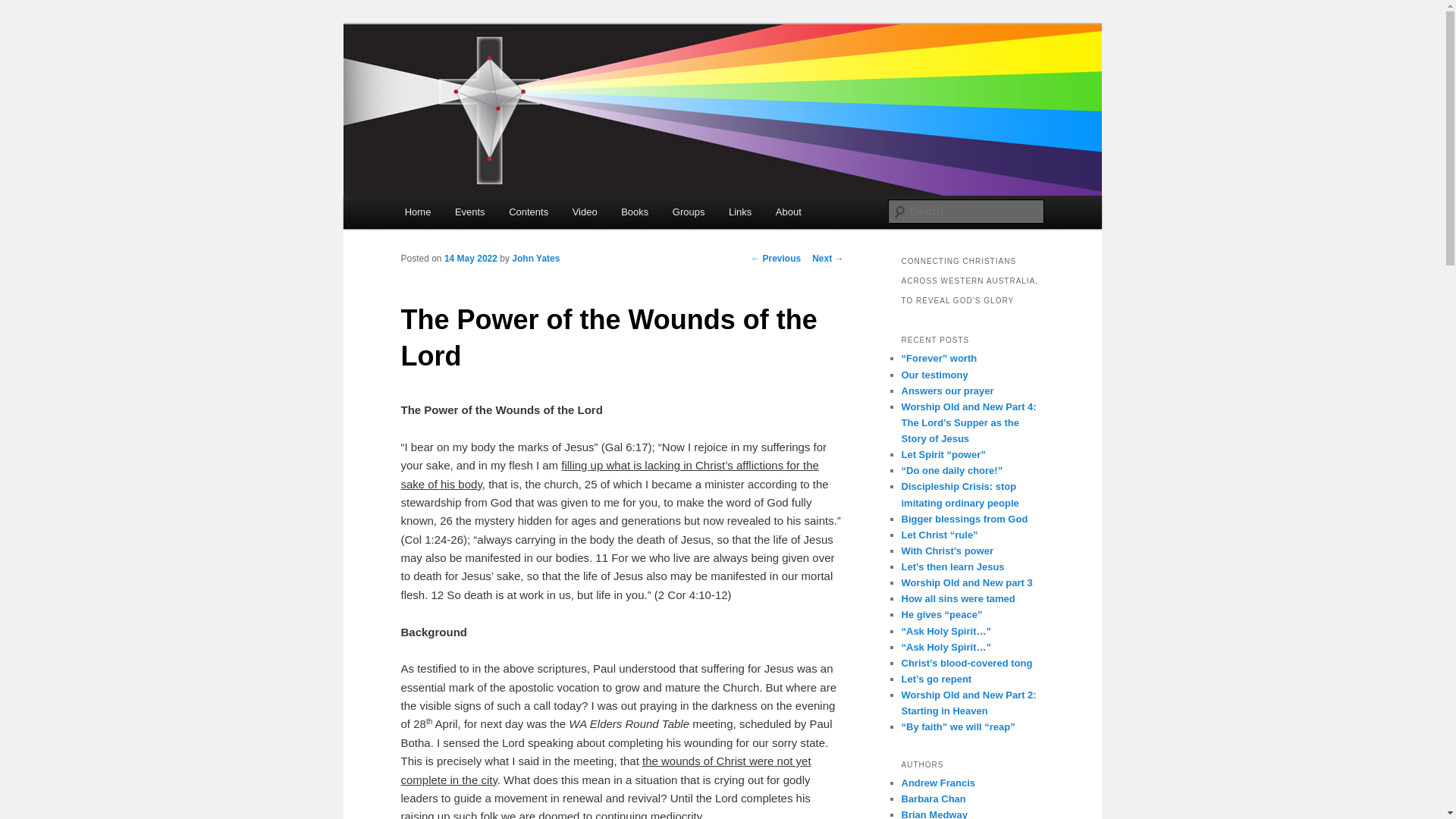  What do you see at coordinates (965, 582) in the screenshot?
I see `'Worship Old and New part 3'` at bounding box center [965, 582].